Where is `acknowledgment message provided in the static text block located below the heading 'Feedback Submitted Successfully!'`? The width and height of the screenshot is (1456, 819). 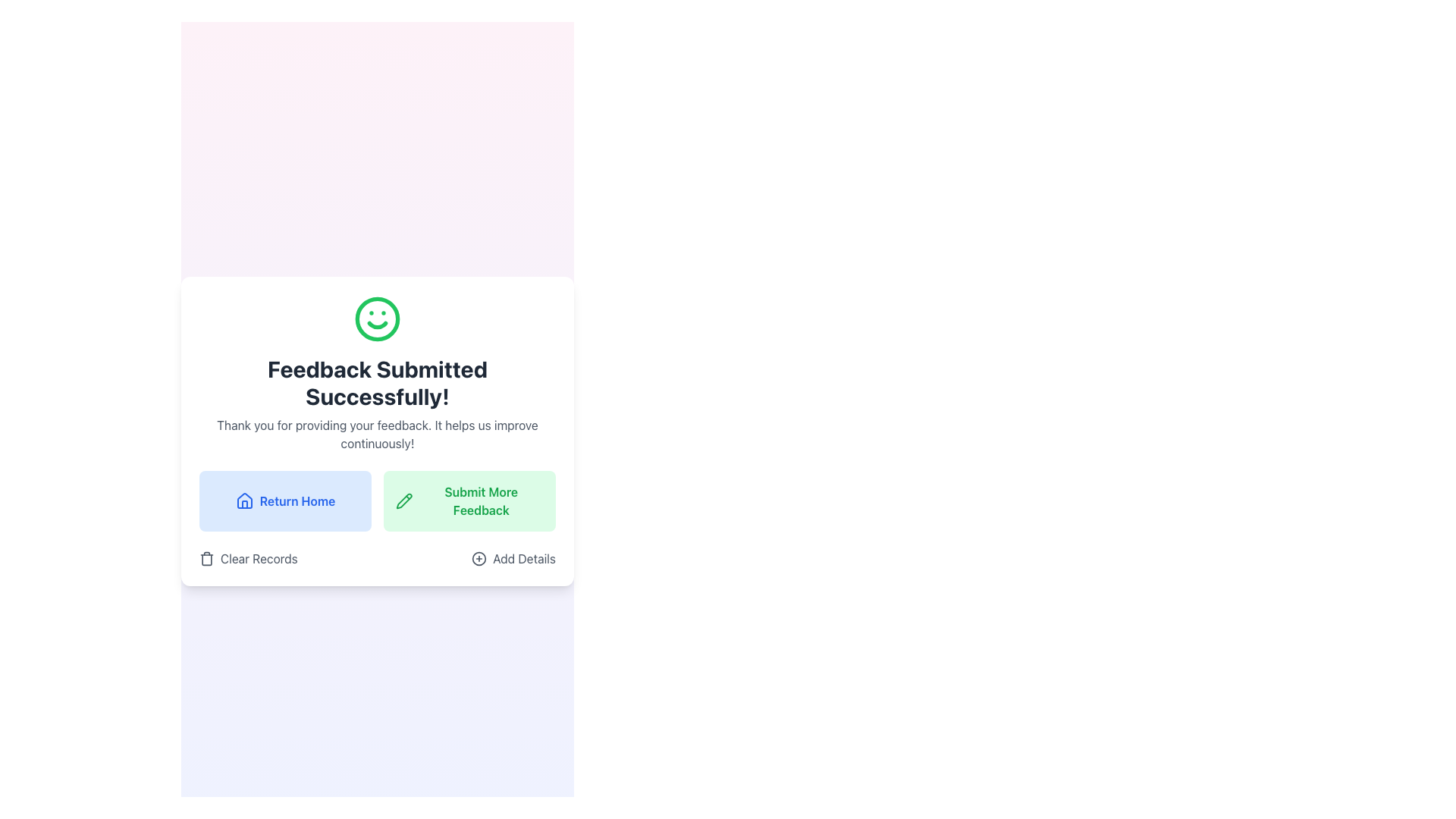
acknowledgment message provided in the static text block located below the heading 'Feedback Submitted Successfully!' is located at coordinates (378, 435).